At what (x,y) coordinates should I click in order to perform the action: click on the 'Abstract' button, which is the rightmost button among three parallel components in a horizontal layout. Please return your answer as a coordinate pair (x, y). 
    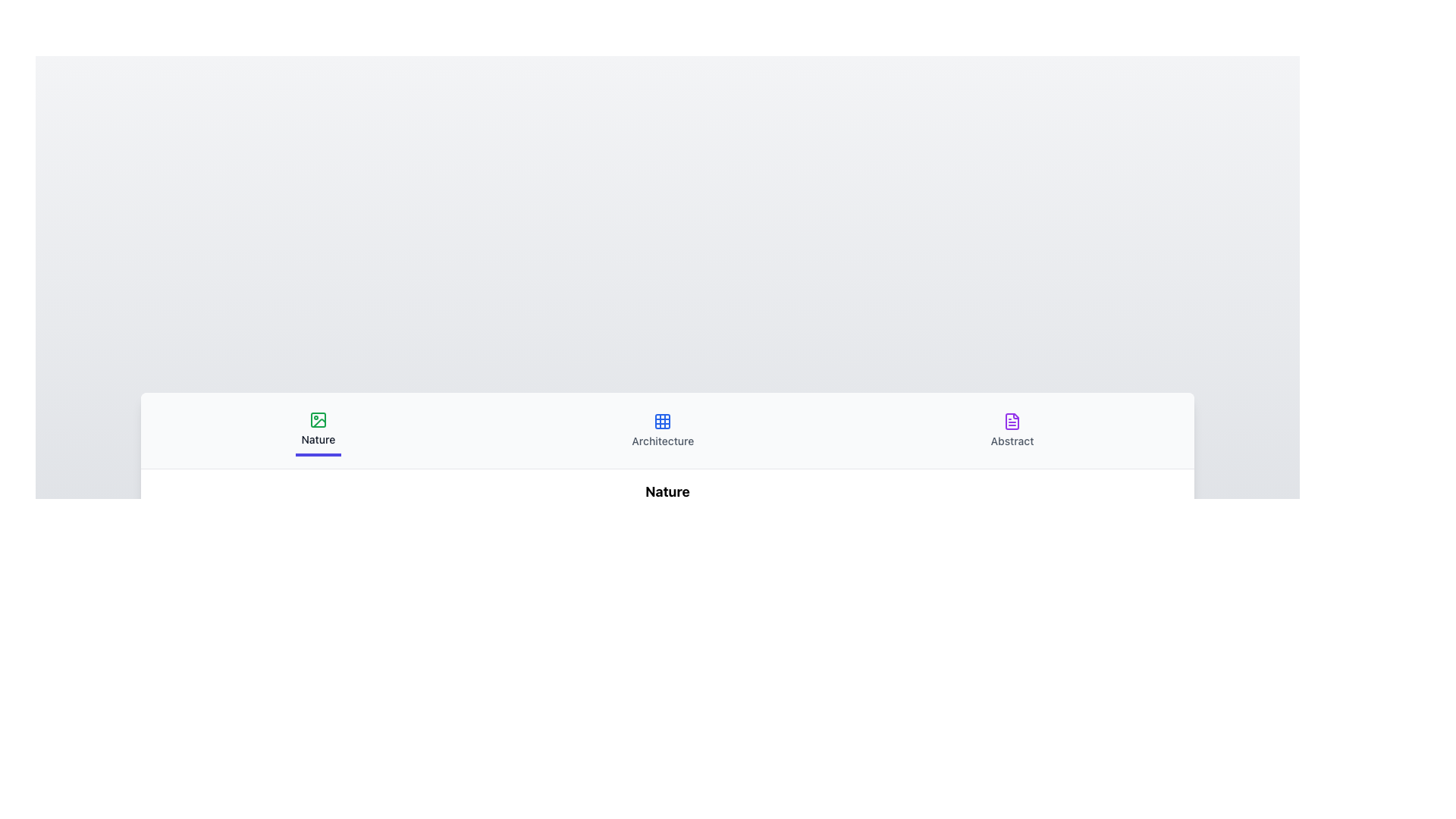
    Looking at the image, I should click on (1012, 430).